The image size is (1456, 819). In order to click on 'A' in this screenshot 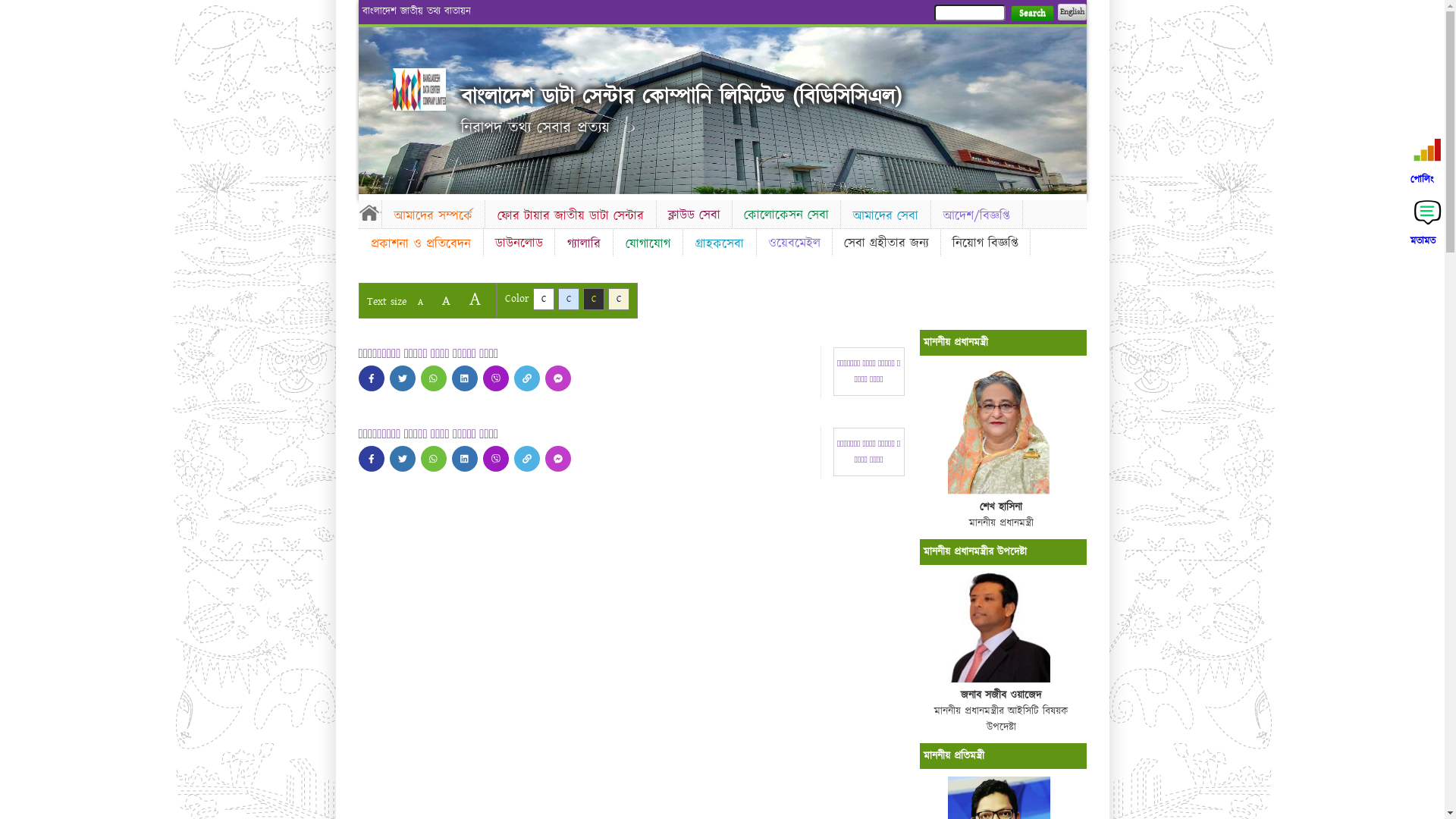, I will do `click(419, 302)`.